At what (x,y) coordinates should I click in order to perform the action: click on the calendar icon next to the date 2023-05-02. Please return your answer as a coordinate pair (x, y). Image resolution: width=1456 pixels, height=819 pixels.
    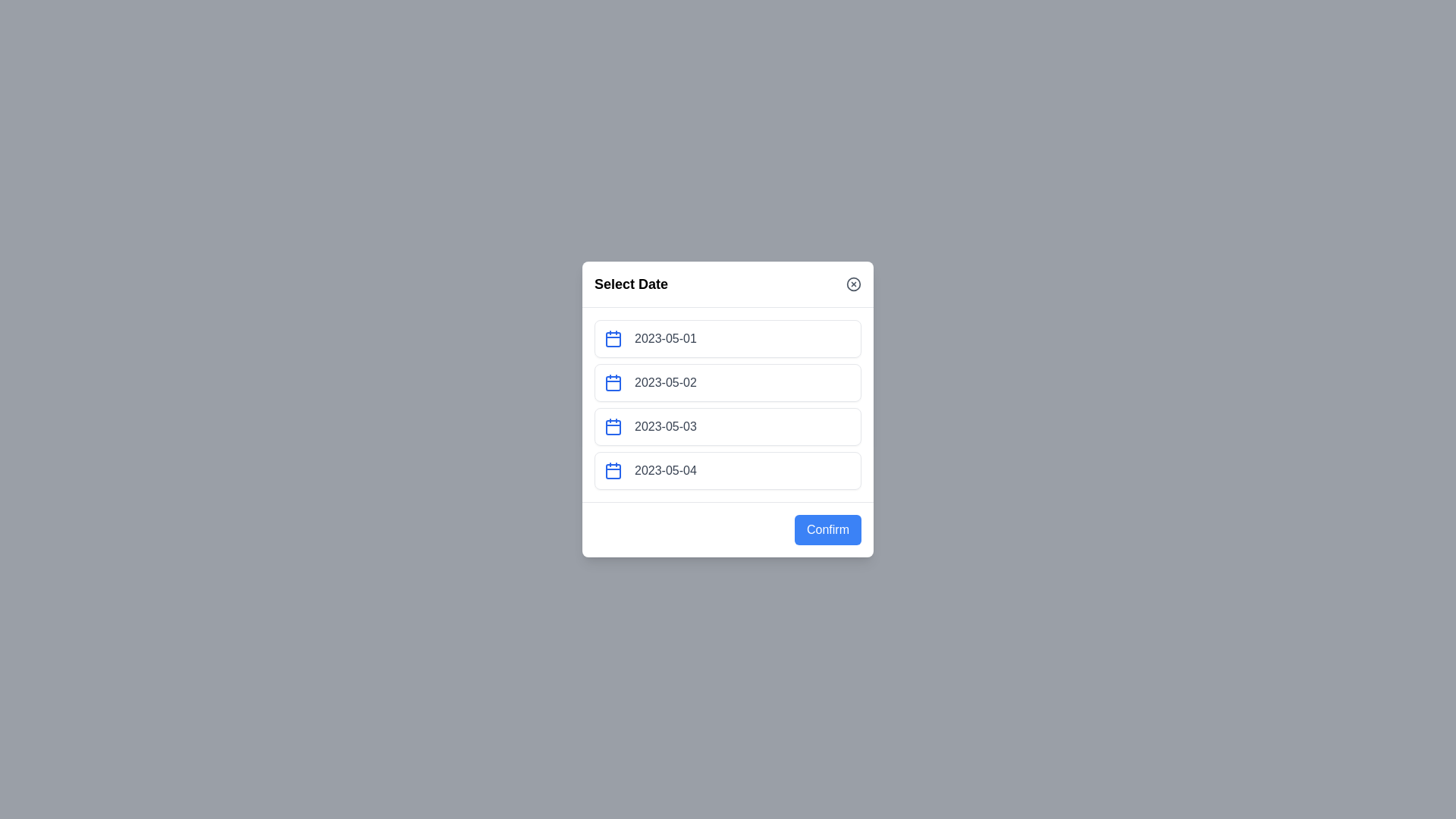
    Looking at the image, I should click on (613, 382).